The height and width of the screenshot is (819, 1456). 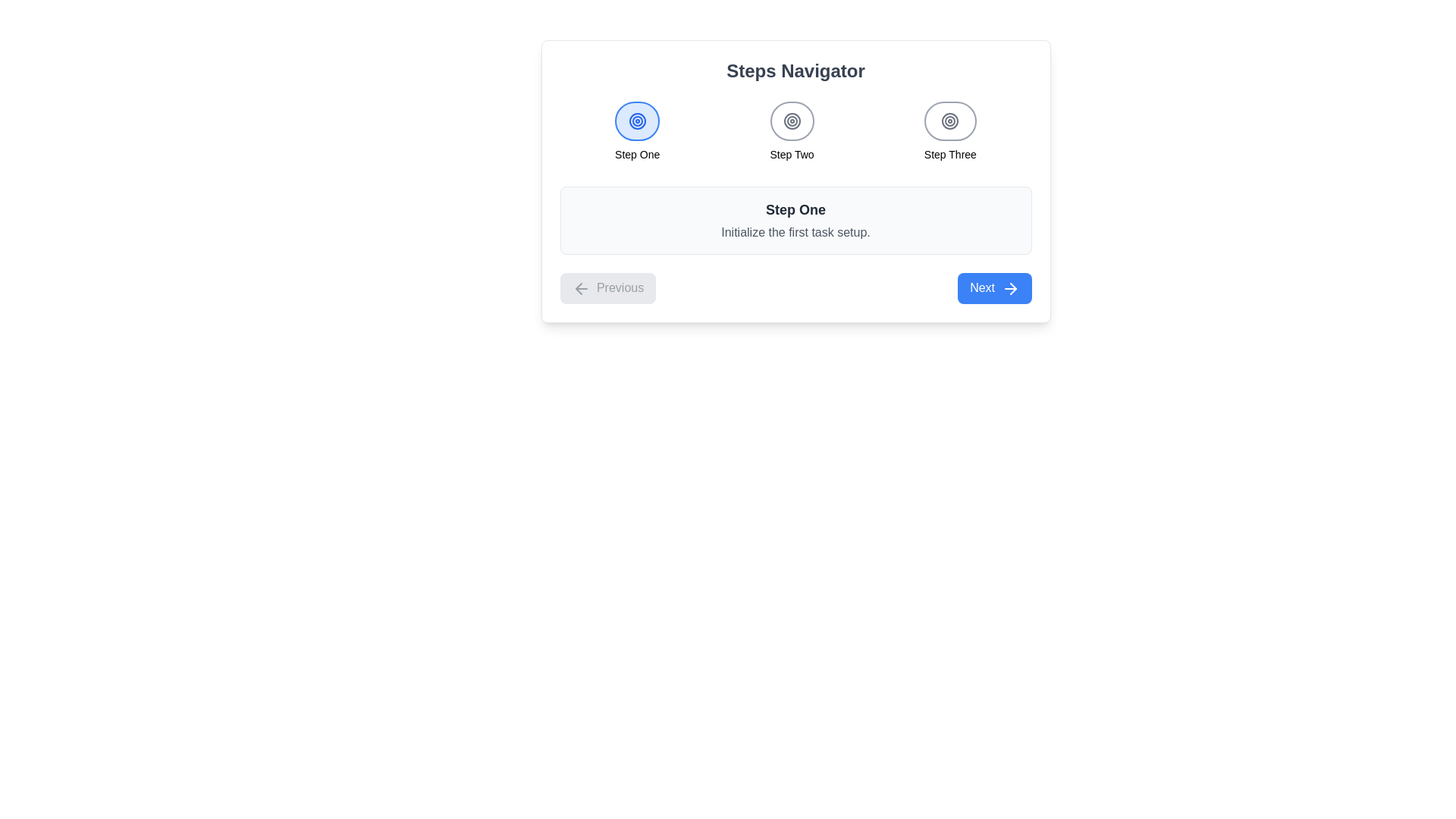 I want to click on the decorative icon representing the 'Step Three' state, which is located within the rounded border area of the 'Step Three' button, the third from the left in the step indicators row, so click(x=949, y=120).